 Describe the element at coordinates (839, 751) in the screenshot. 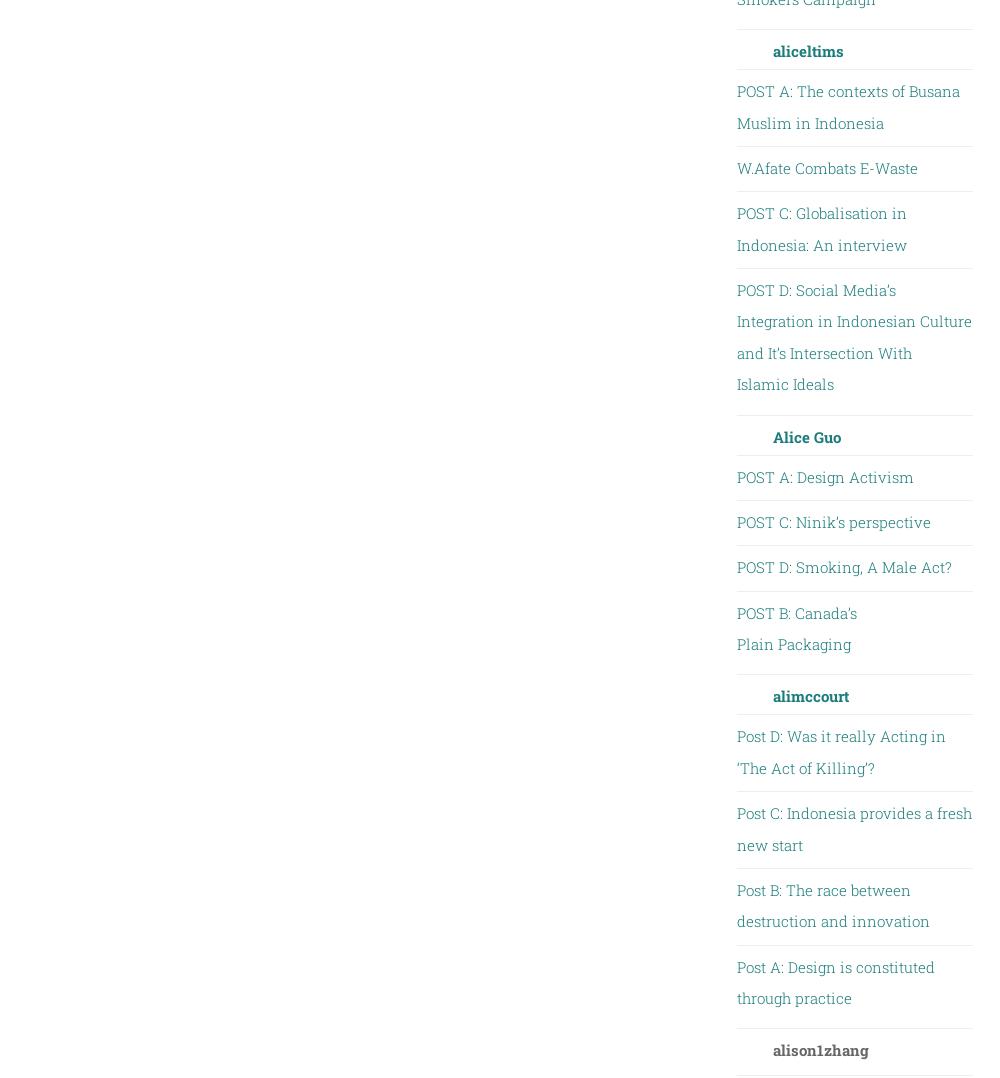

I see `'Post D: Was it really Acting in ‘The Act of Killing’?'` at that location.